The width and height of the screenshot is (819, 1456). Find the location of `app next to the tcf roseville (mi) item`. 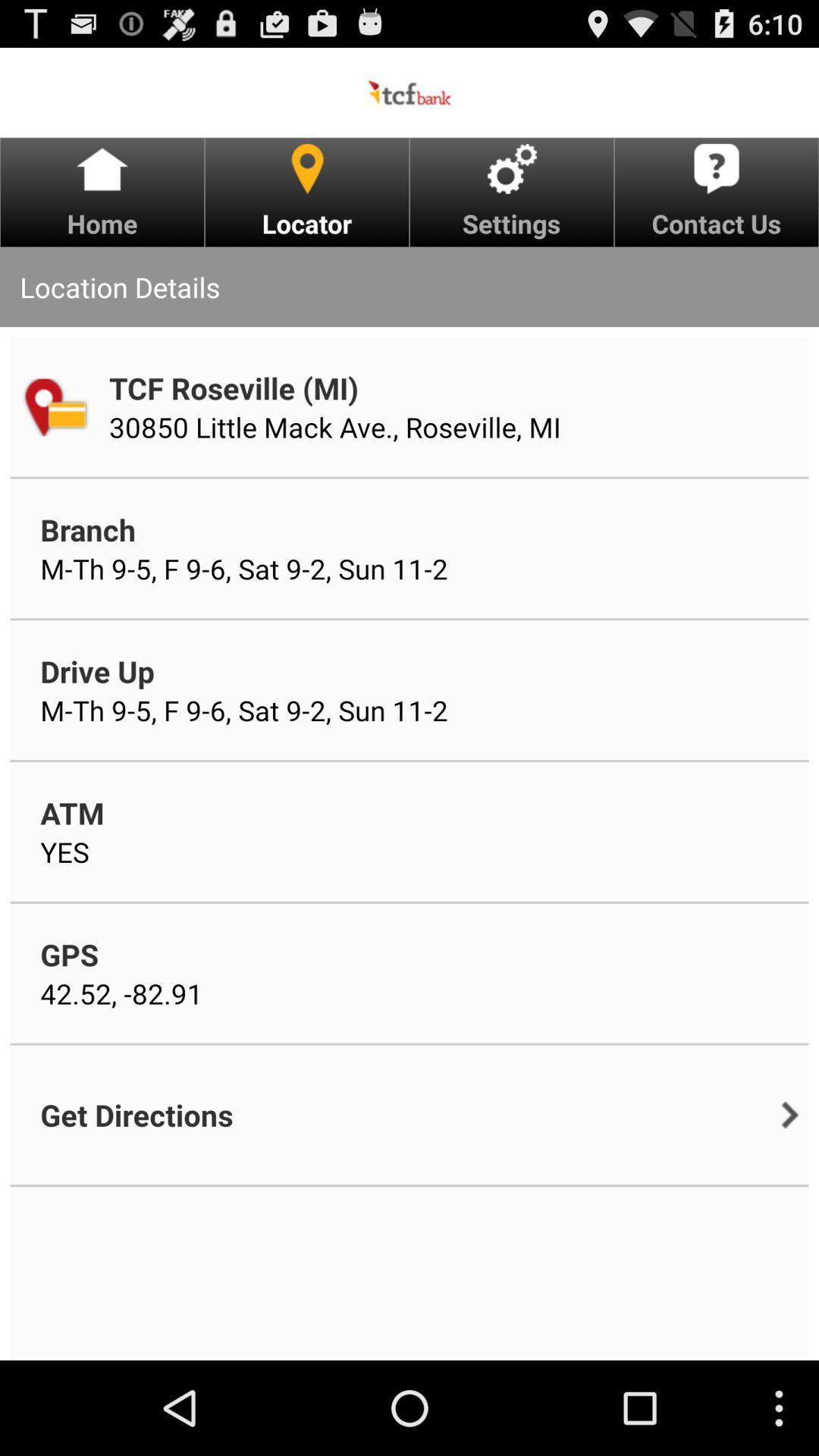

app next to the tcf roseville (mi) item is located at coordinates (54, 406).